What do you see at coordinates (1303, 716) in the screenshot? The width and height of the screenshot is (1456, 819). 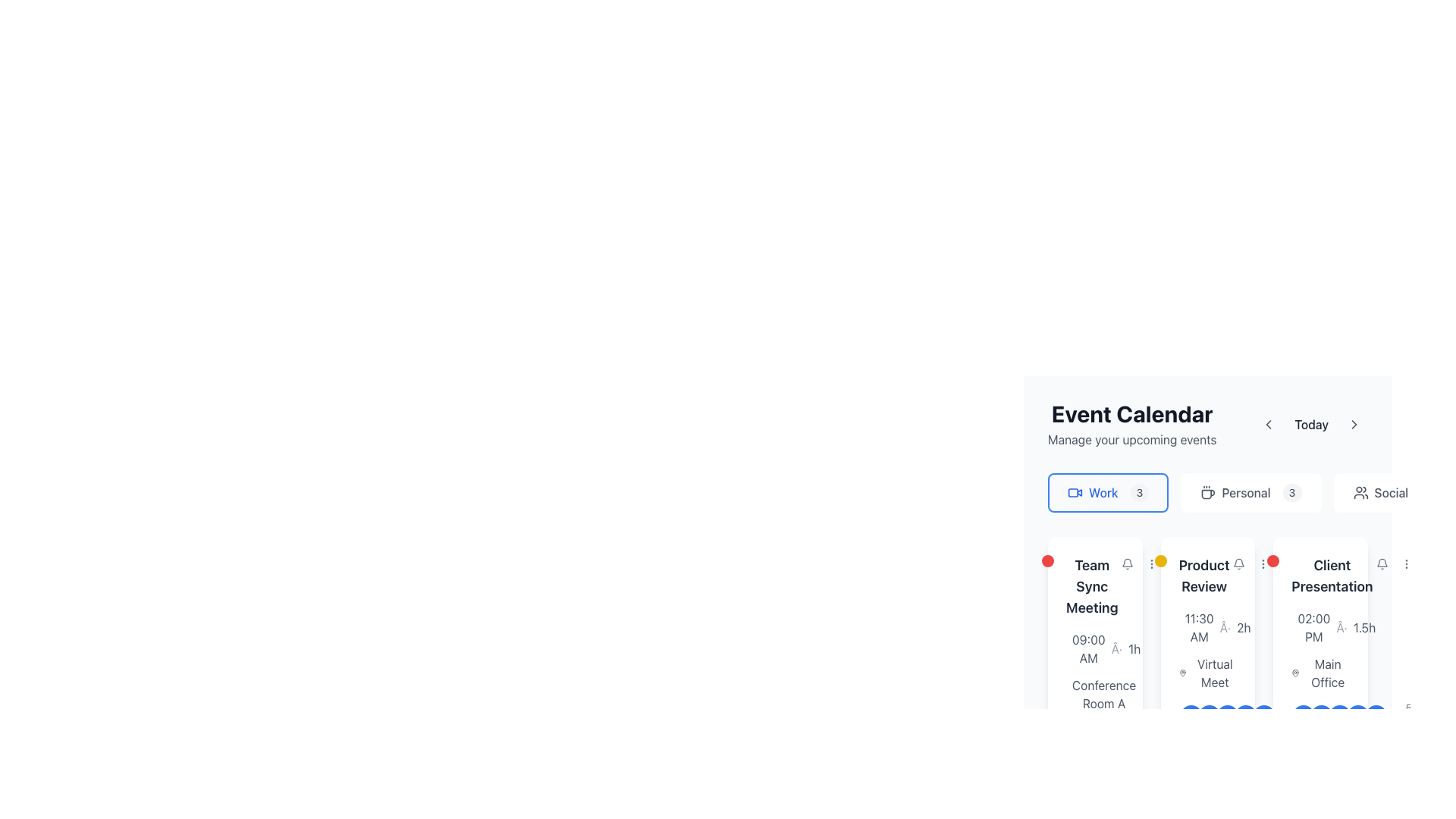 I see `the label 'A' which is centered within a blue gradient circular background in the bottom-right area of the 'Event Calendar' section` at bounding box center [1303, 716].